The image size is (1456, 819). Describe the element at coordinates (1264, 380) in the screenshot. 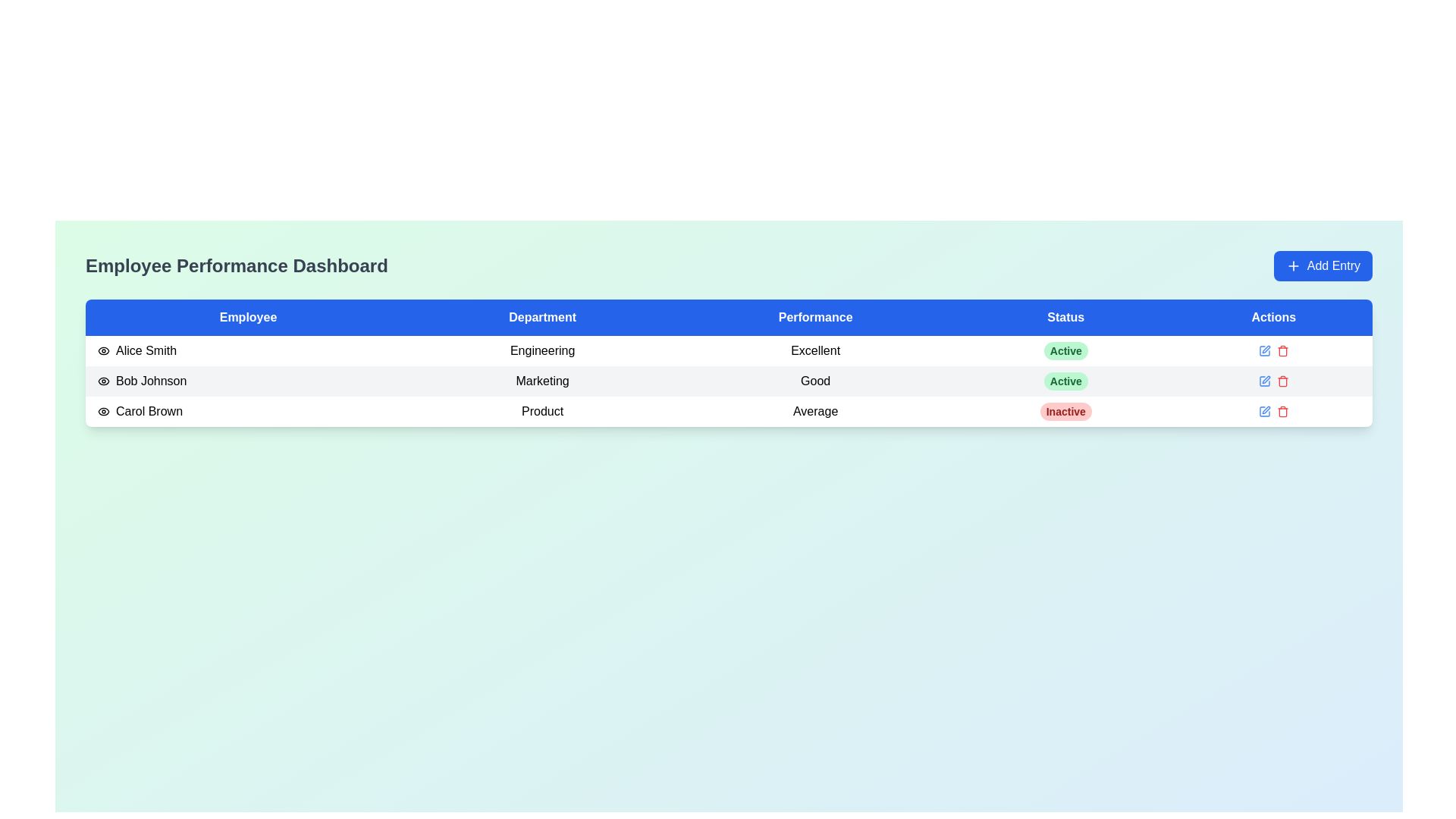

I see `the blue edit icon represented as a pen symbol in the 'Actions' column next to Bob Johnson's entry to observe a color change` at that location.